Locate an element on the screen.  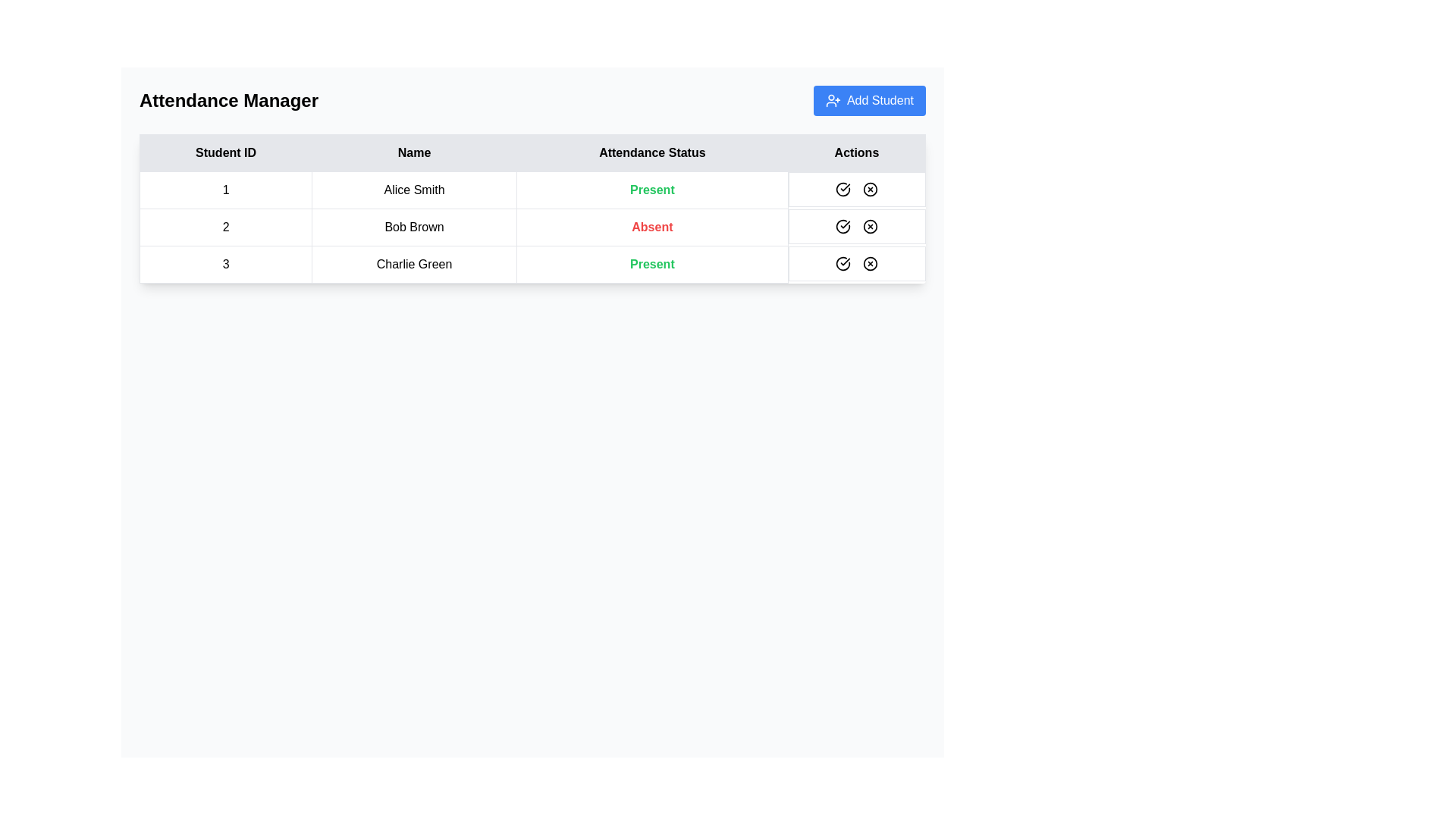
the Circle element that represents a decorative outline of the delete or cancel action icon in the 'Actions' column of the first row in the attendance table is located at coordinates (871, 189).